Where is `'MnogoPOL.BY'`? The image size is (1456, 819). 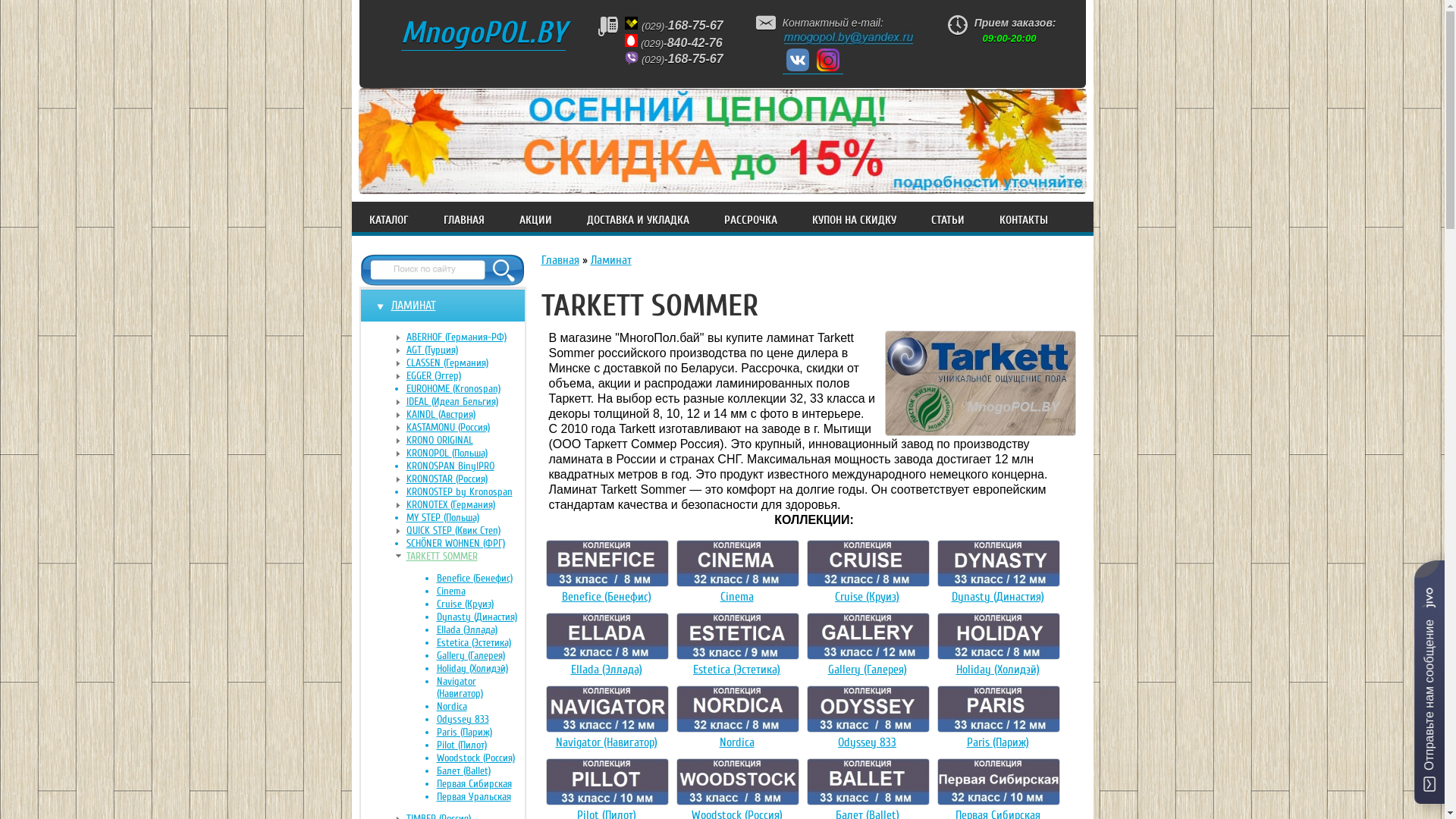
'MnogoPOL.BY' is located at coordinates (482, 33).